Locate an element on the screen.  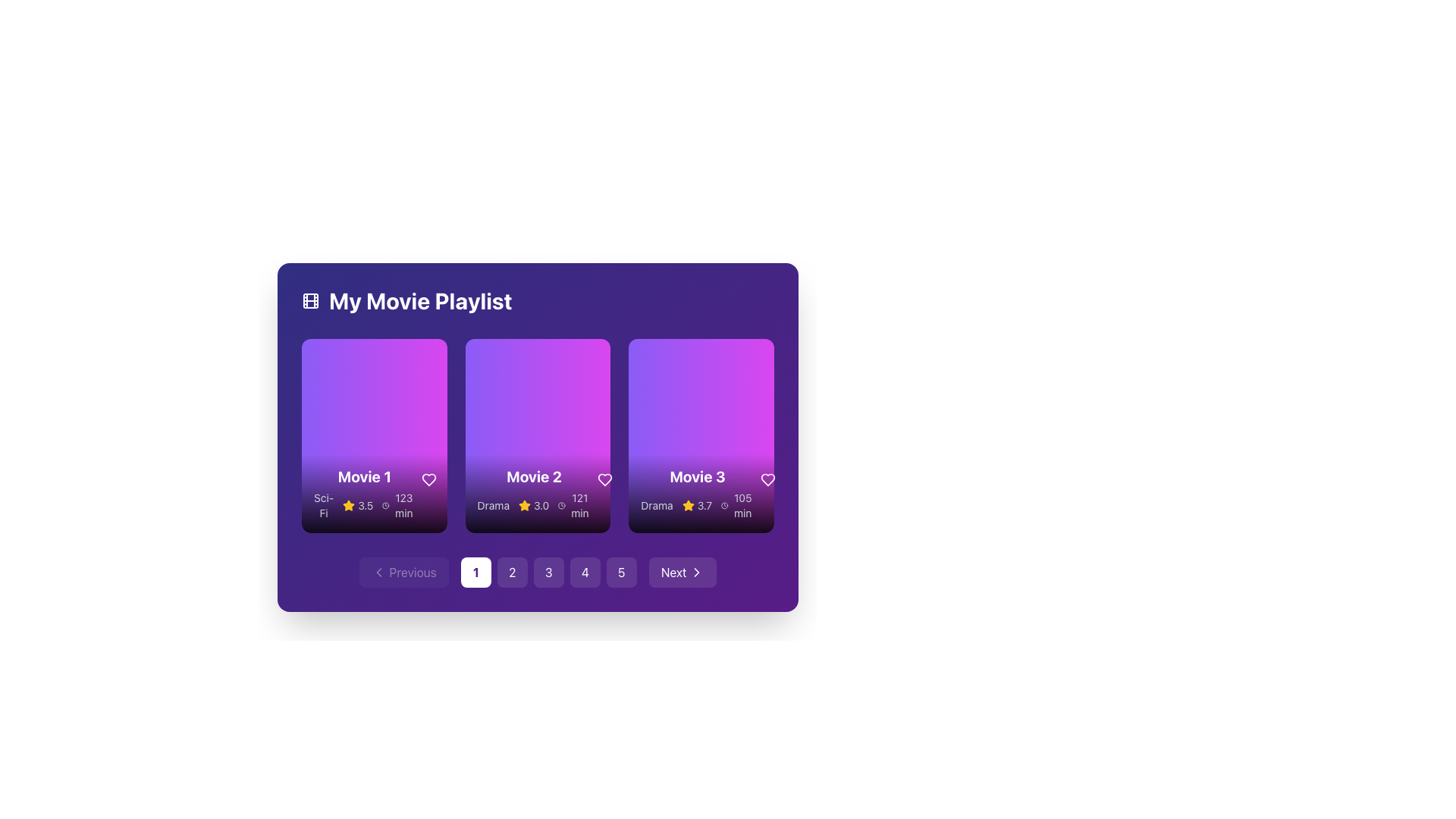
to select the central movie overview card displayed in the 'My Movie Playlist' section is located at coordinates (534, 494).